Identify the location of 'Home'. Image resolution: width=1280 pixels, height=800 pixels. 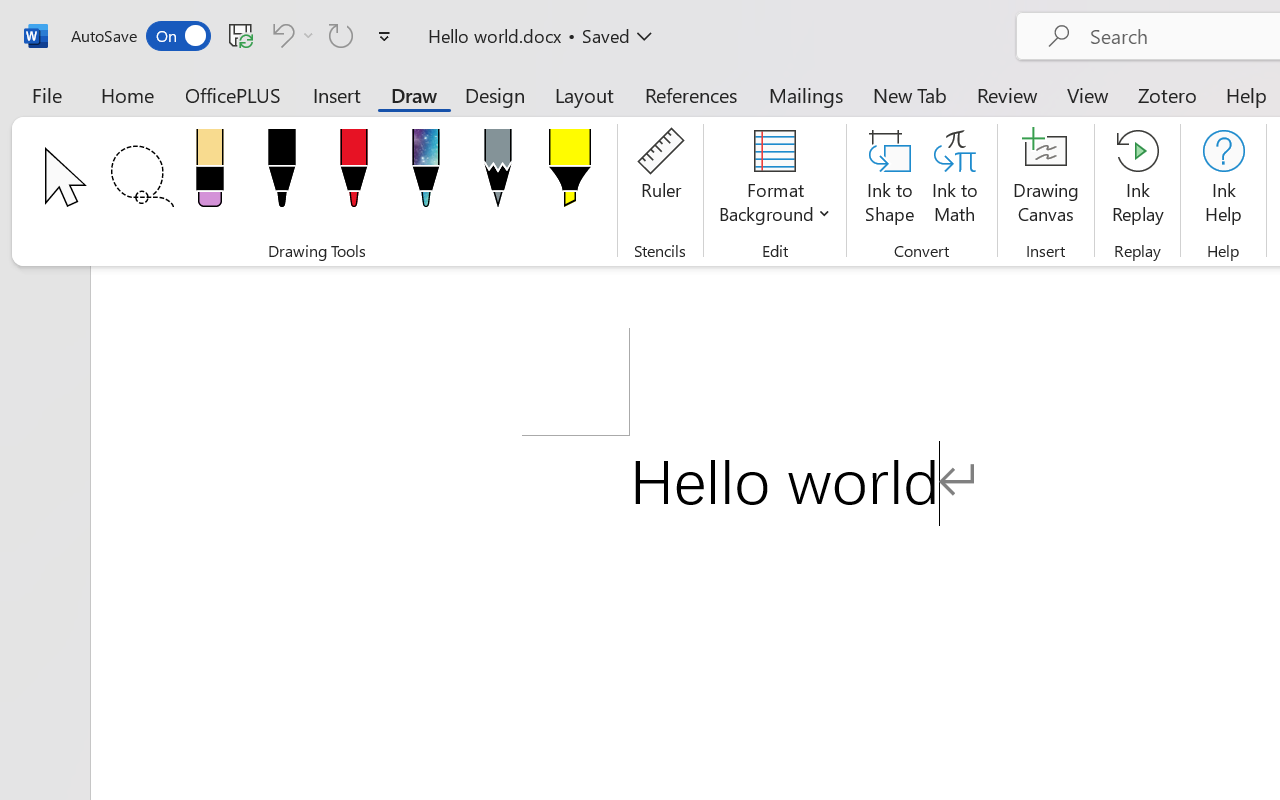
(127, 94).